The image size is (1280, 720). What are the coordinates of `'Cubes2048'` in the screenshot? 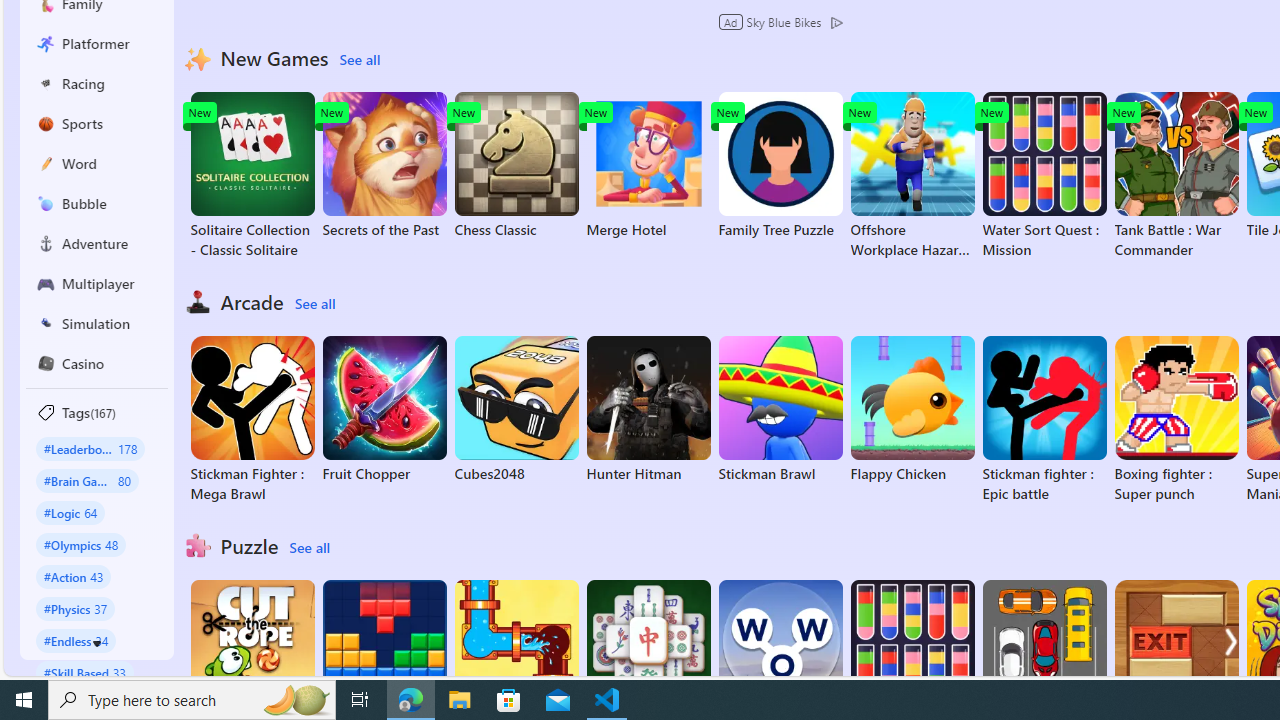 It's located at (516, 409).